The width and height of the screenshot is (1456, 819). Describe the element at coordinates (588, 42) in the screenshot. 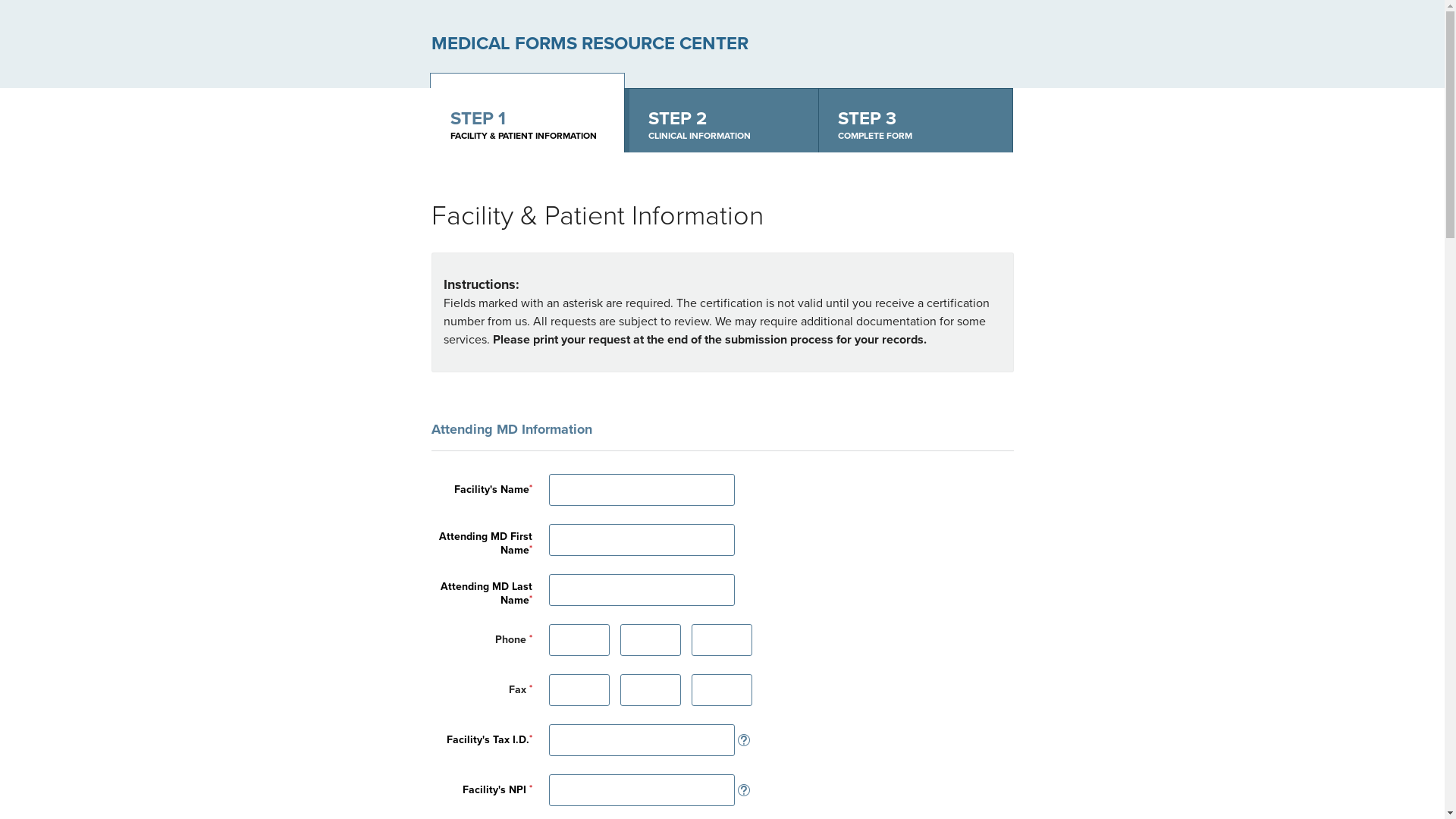

I see `'MEDICAL FORMS RESOURCE CENTER'` at that location.